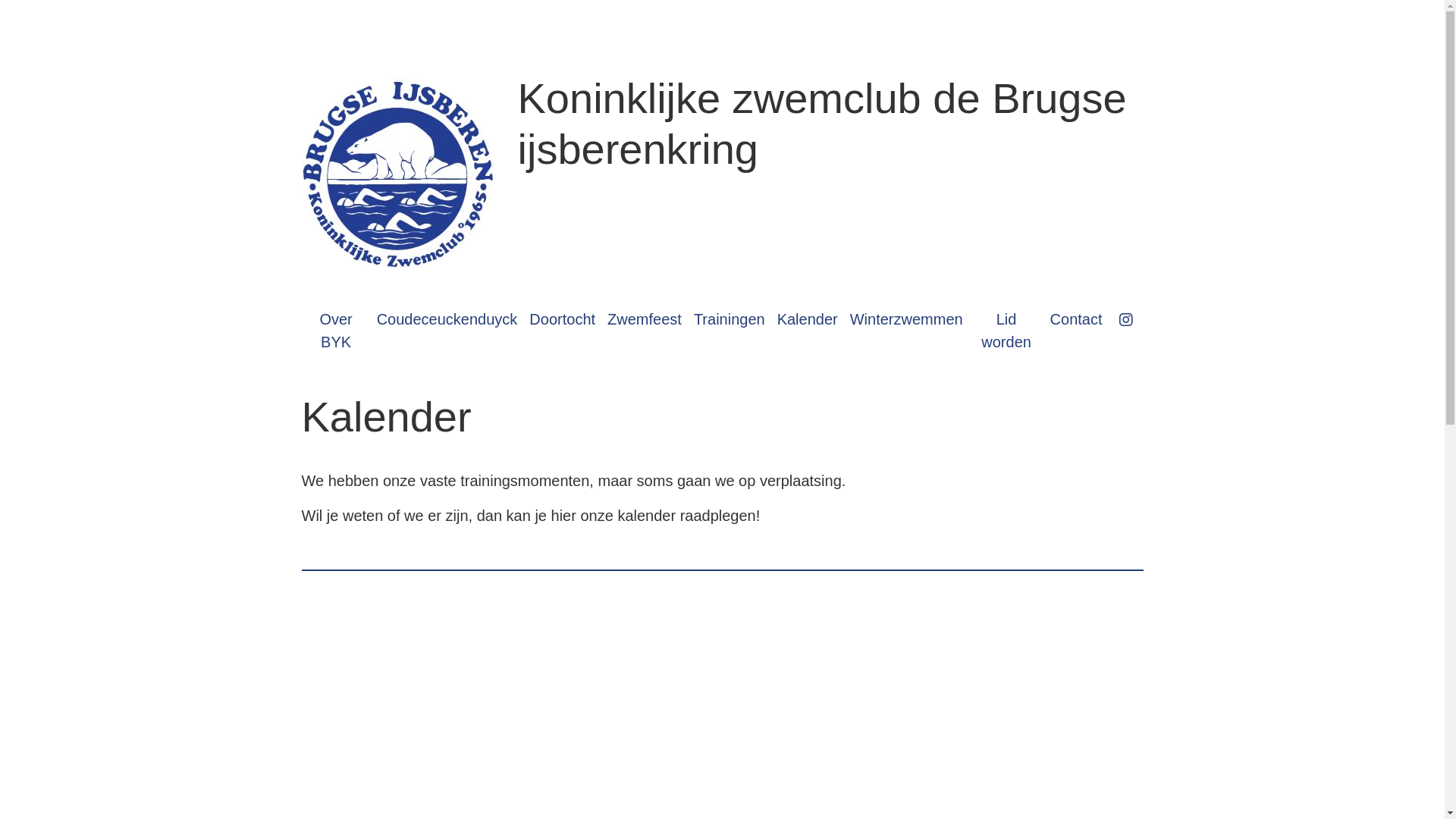 The image size is (1456, 819). What do you see at coordinates (1006, 329) in the screenshot?
I see `'Lid worden'` at bounding box center [1006, 329].